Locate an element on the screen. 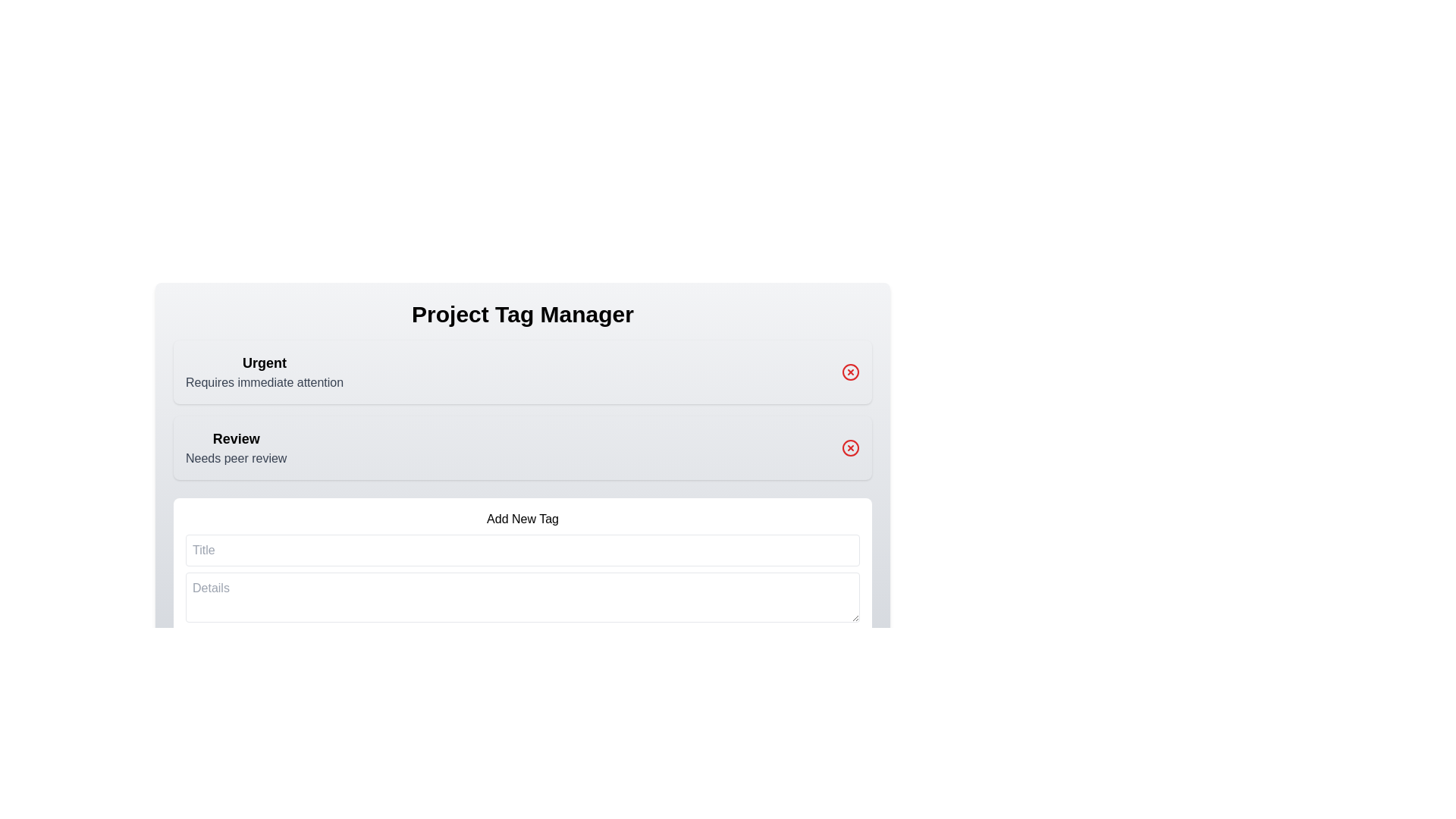 Image resolution: width=1456 pixels, height=819 pixels. text label indicating the status 'Needs peer review', which emphasizes the bolded 'Review' label, located in the second section of larger rectangular cards with a blue background is located at coordinates (235, 447).